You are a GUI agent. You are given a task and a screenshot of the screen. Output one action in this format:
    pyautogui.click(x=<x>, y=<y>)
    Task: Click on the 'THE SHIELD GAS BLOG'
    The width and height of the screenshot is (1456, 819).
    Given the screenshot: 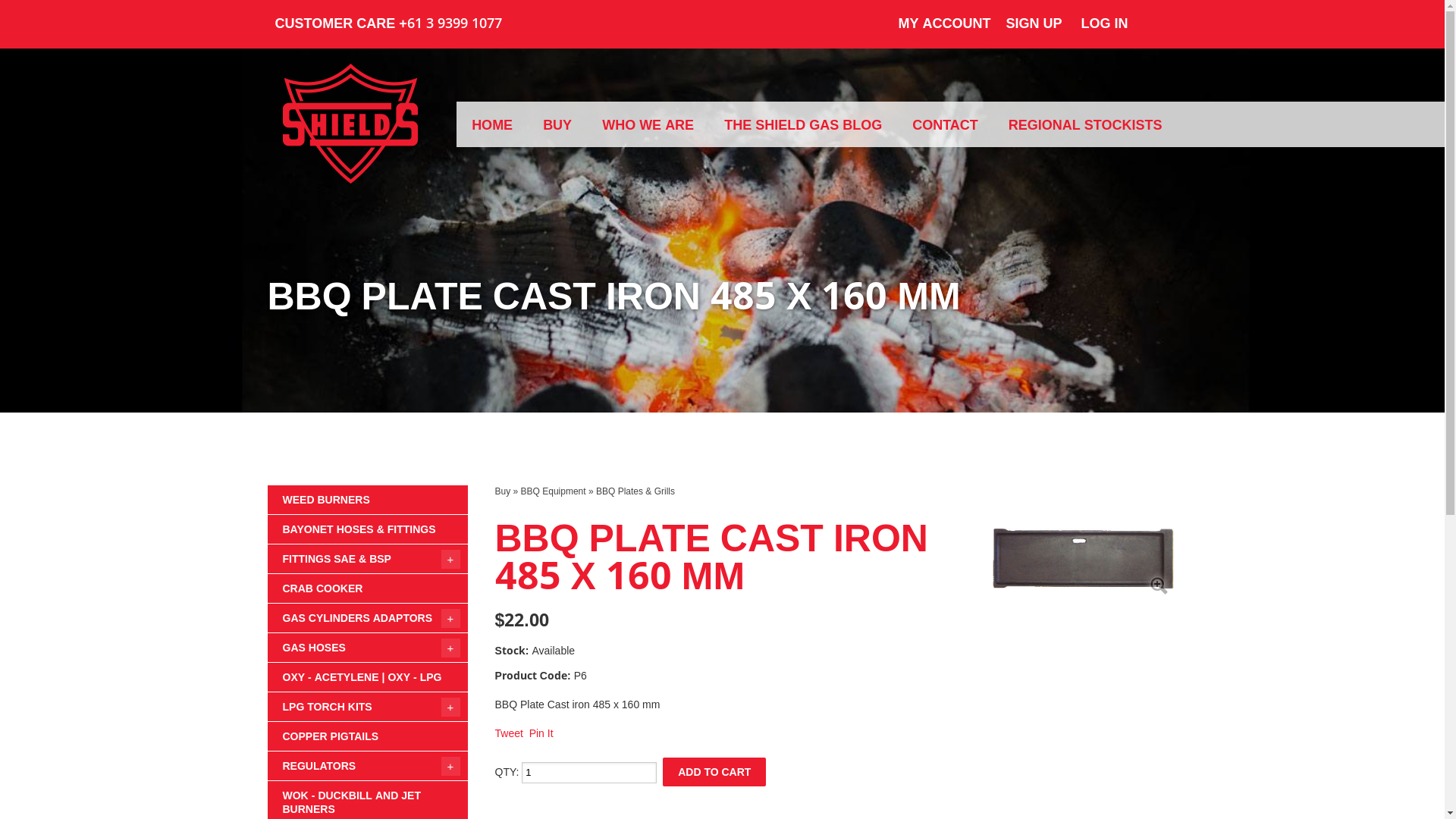 What is the action you would take?
    pyautogui.click(x=802, y=124)
    